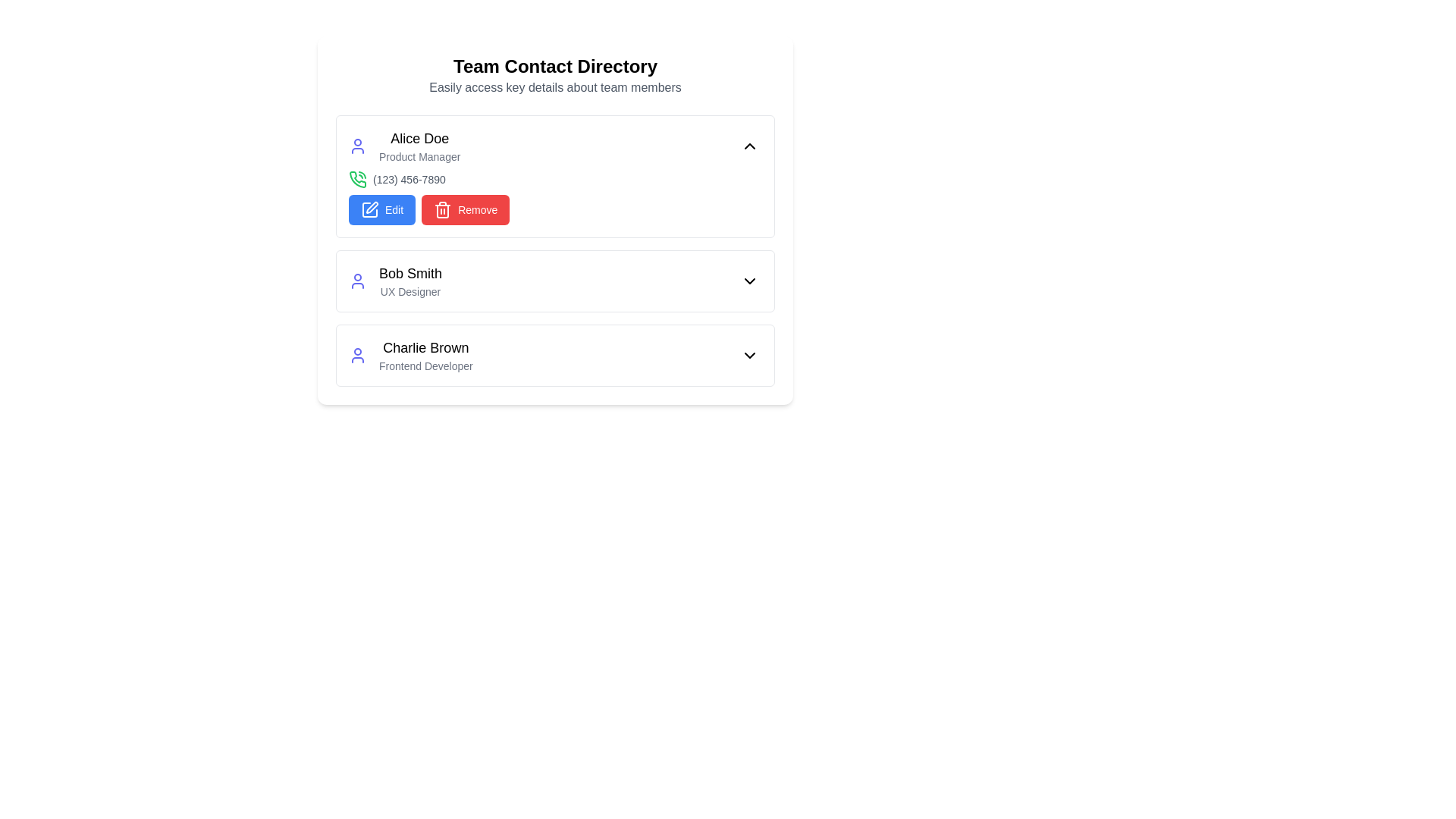 Image resolution: width=1456 pixels, height=819 pixels. Describe the element at coordinates (356, 281) in the screenshot. I see `the User avatar icon (SVG) located to the left of the contact entry 'Bob Smith UX Designer', which features a circular head and two rounded shoulders in indigo color` at that location.